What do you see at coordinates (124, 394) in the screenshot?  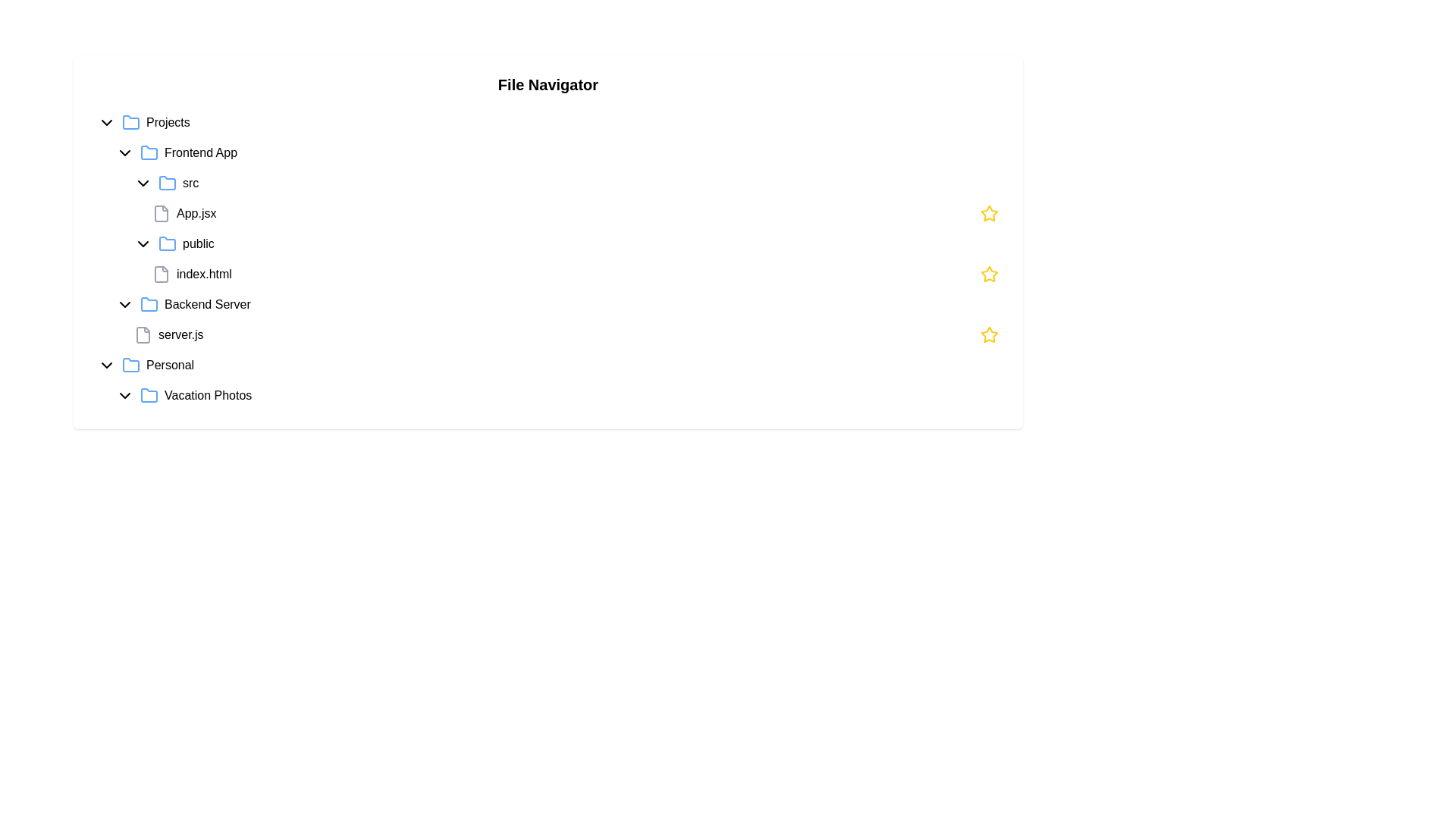 I see `the Expand/Collapse Chevron Icon next to the 'Vacation Photos' text` at bounding box center [124, 394].